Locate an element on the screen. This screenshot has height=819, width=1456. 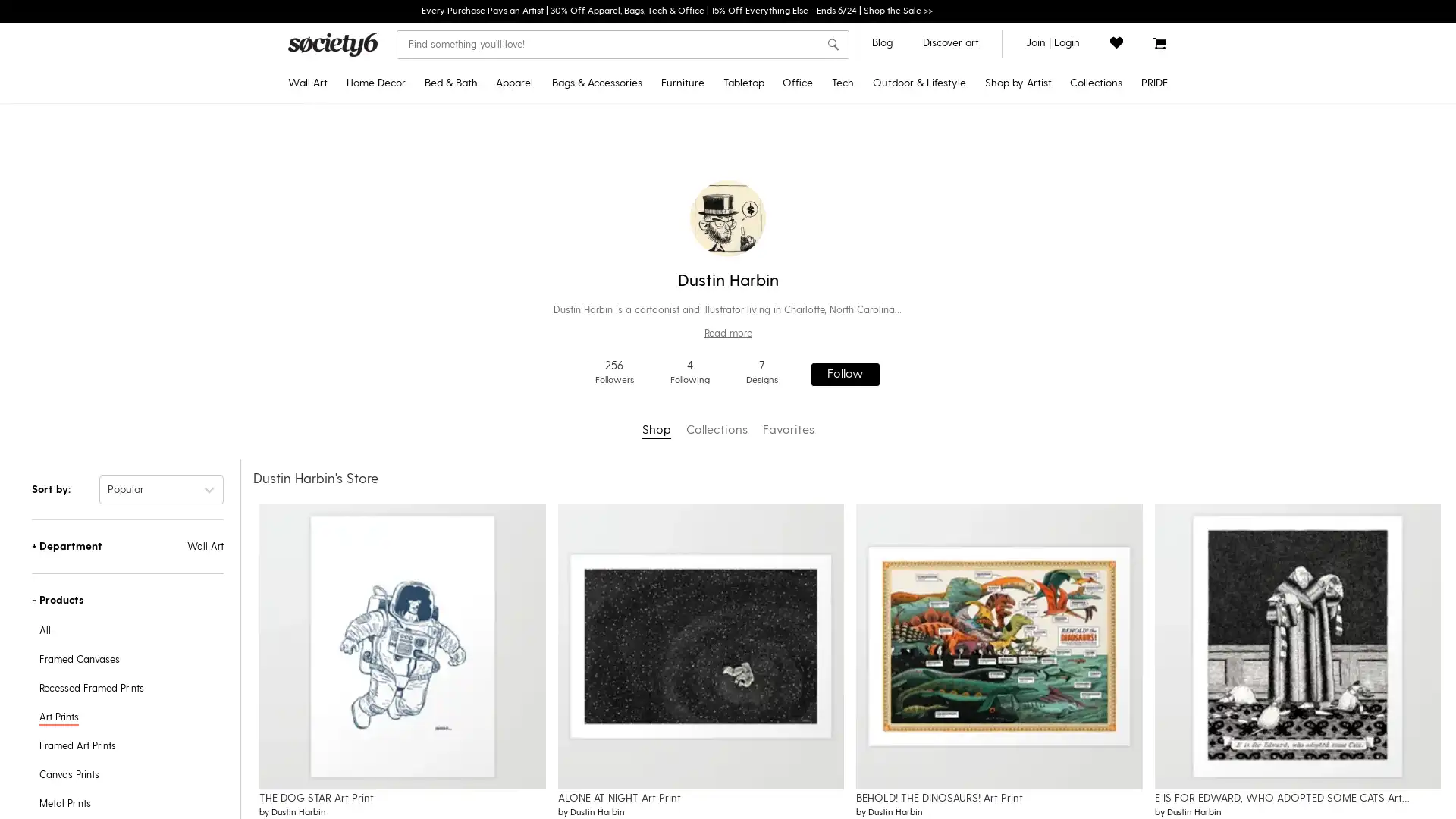
iPhone Skins is located at coordinates (896, 390).